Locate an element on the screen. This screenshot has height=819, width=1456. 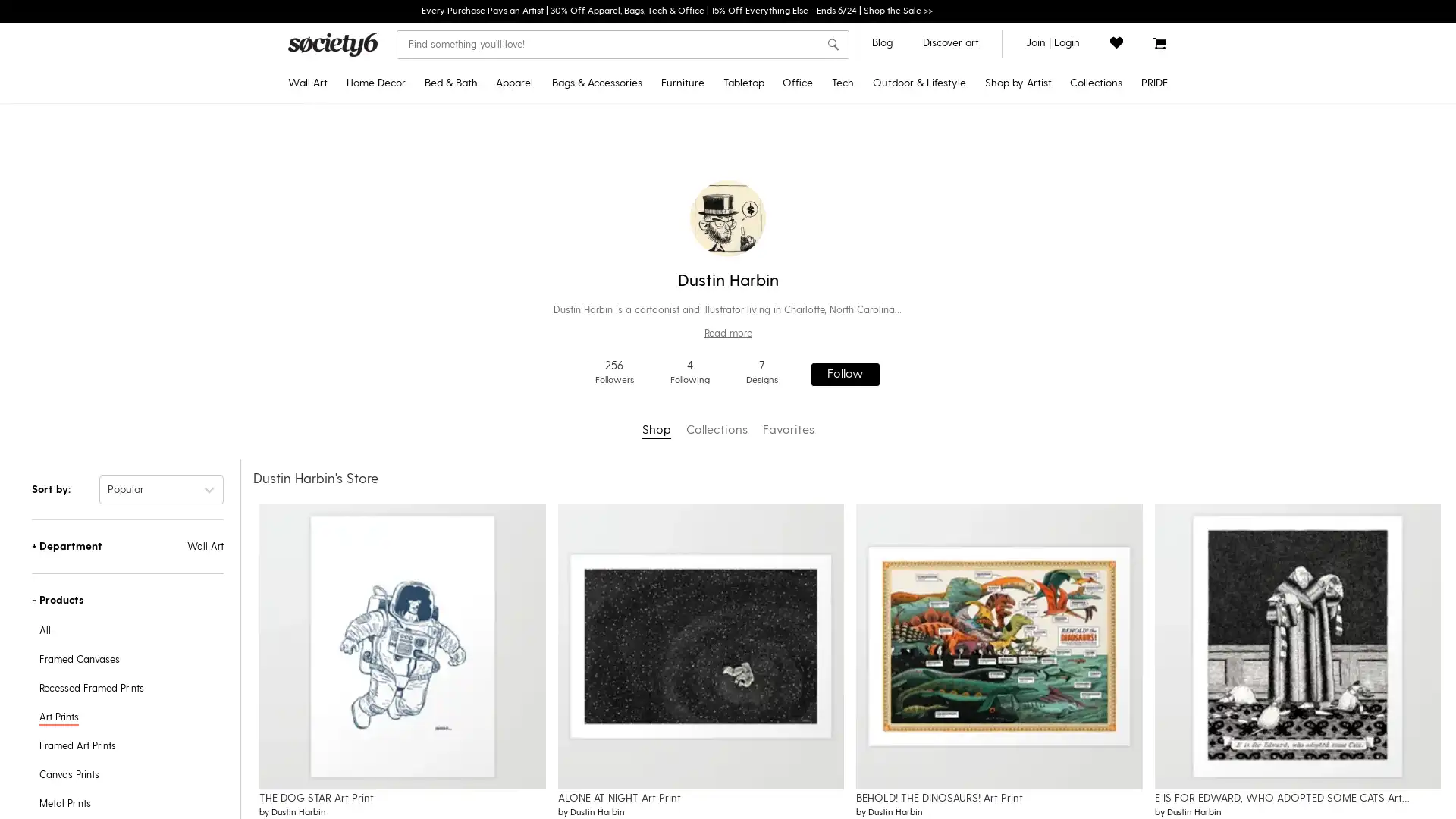
iPhone Skins is located at coordinates (896, 390).